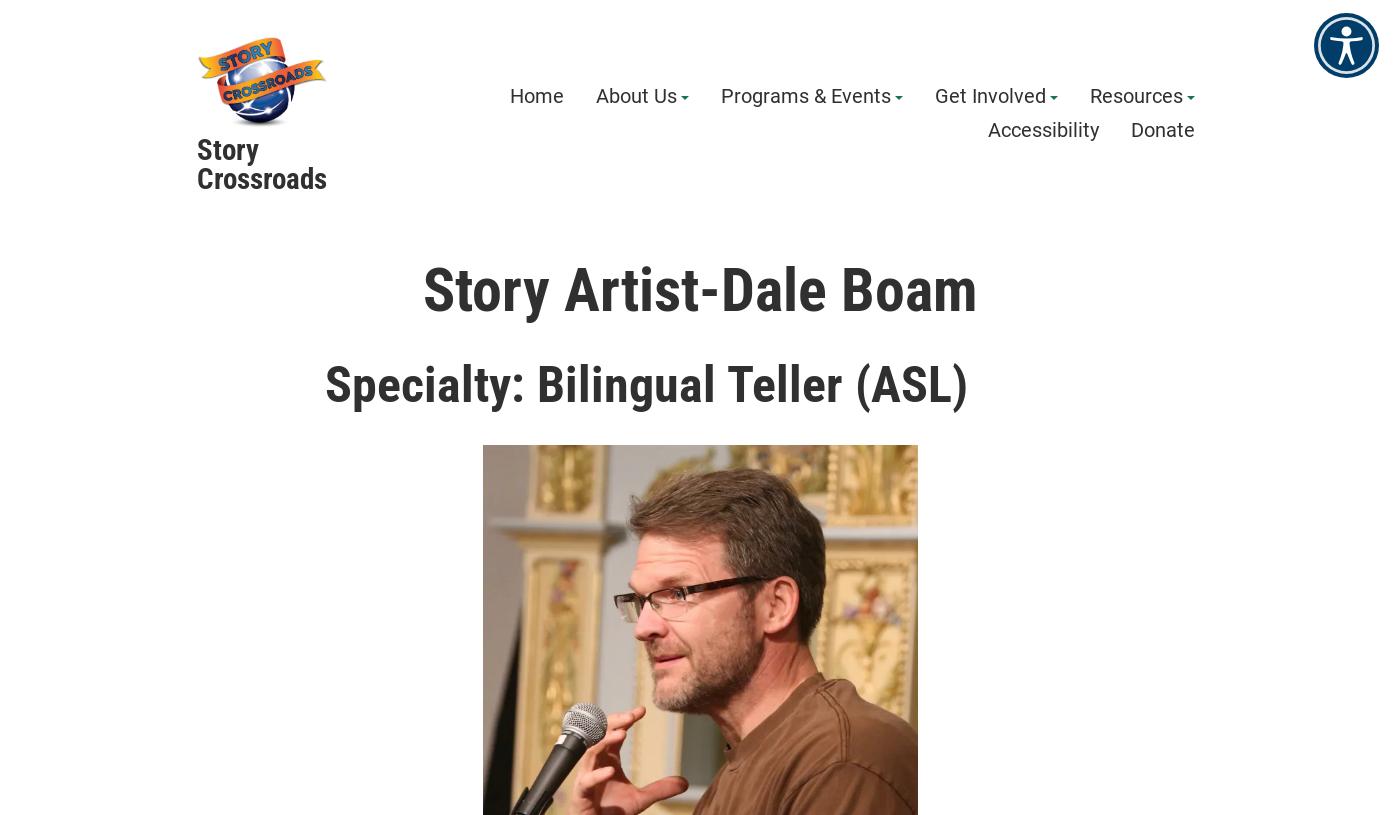 This screenshot has height=815, width=1400. I want to click on 'Story Artist-Dale Boam', so click(699, 288).